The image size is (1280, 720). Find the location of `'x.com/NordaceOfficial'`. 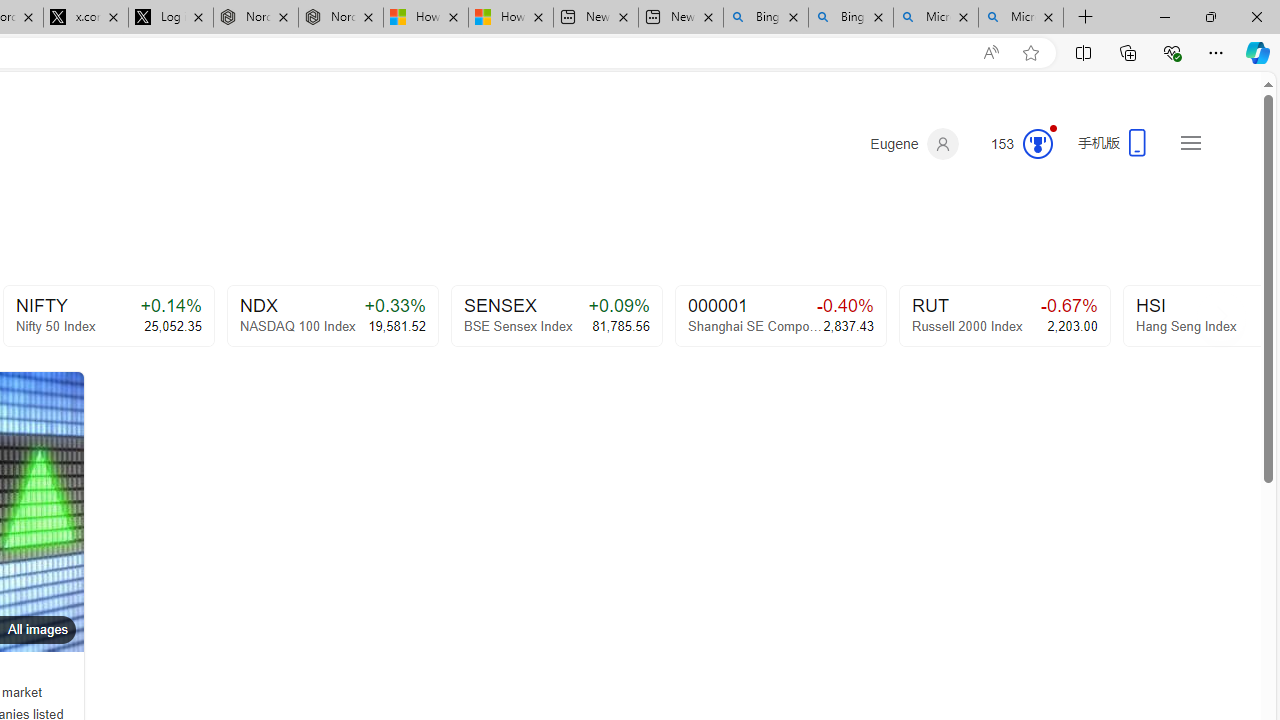

'x.com/NordaceOfficial' is located at coordinates (84, 17).